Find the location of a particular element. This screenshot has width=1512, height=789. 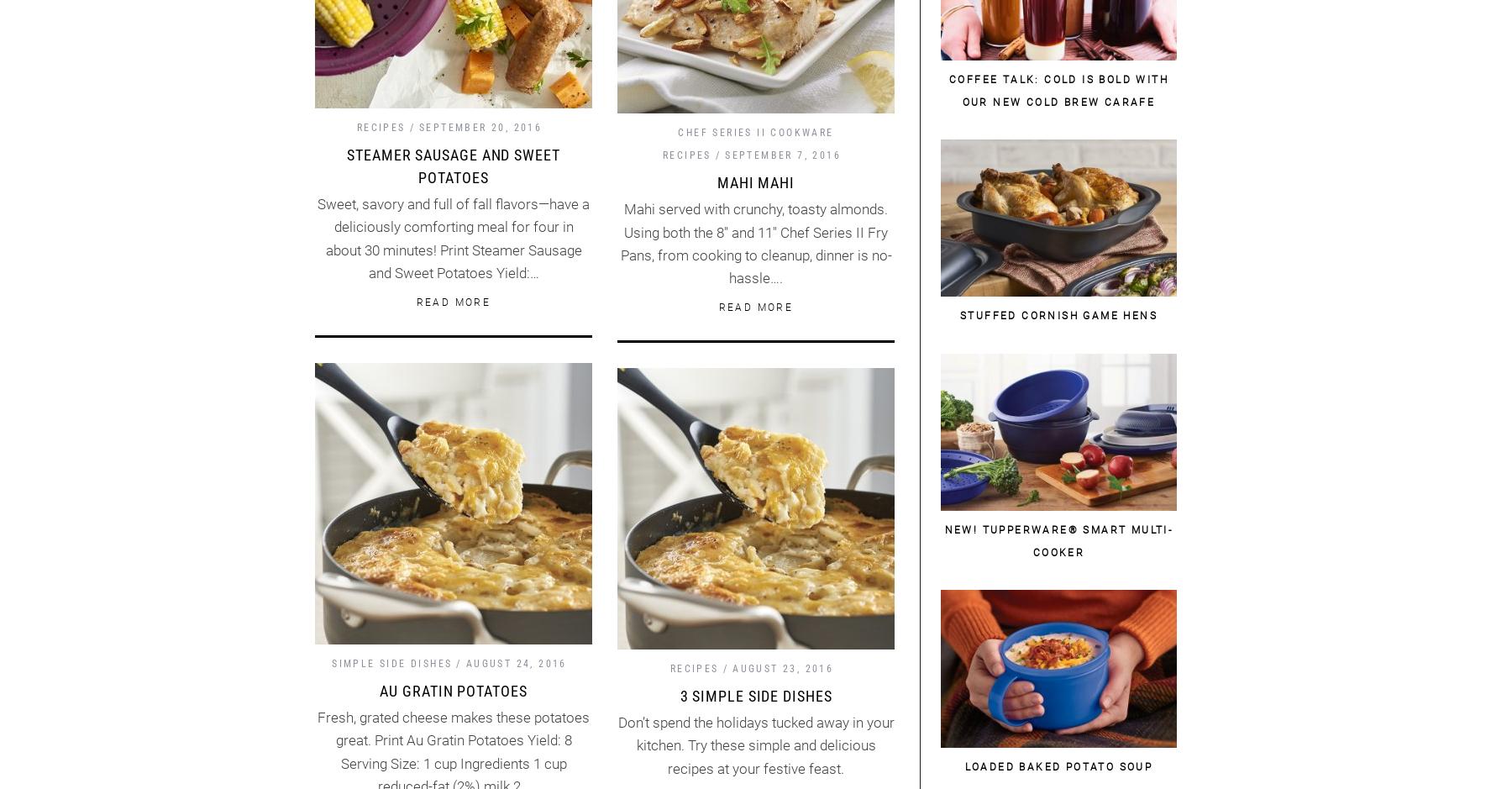

'Au Gratin Potatoes' is located at coordinates (378, 691).